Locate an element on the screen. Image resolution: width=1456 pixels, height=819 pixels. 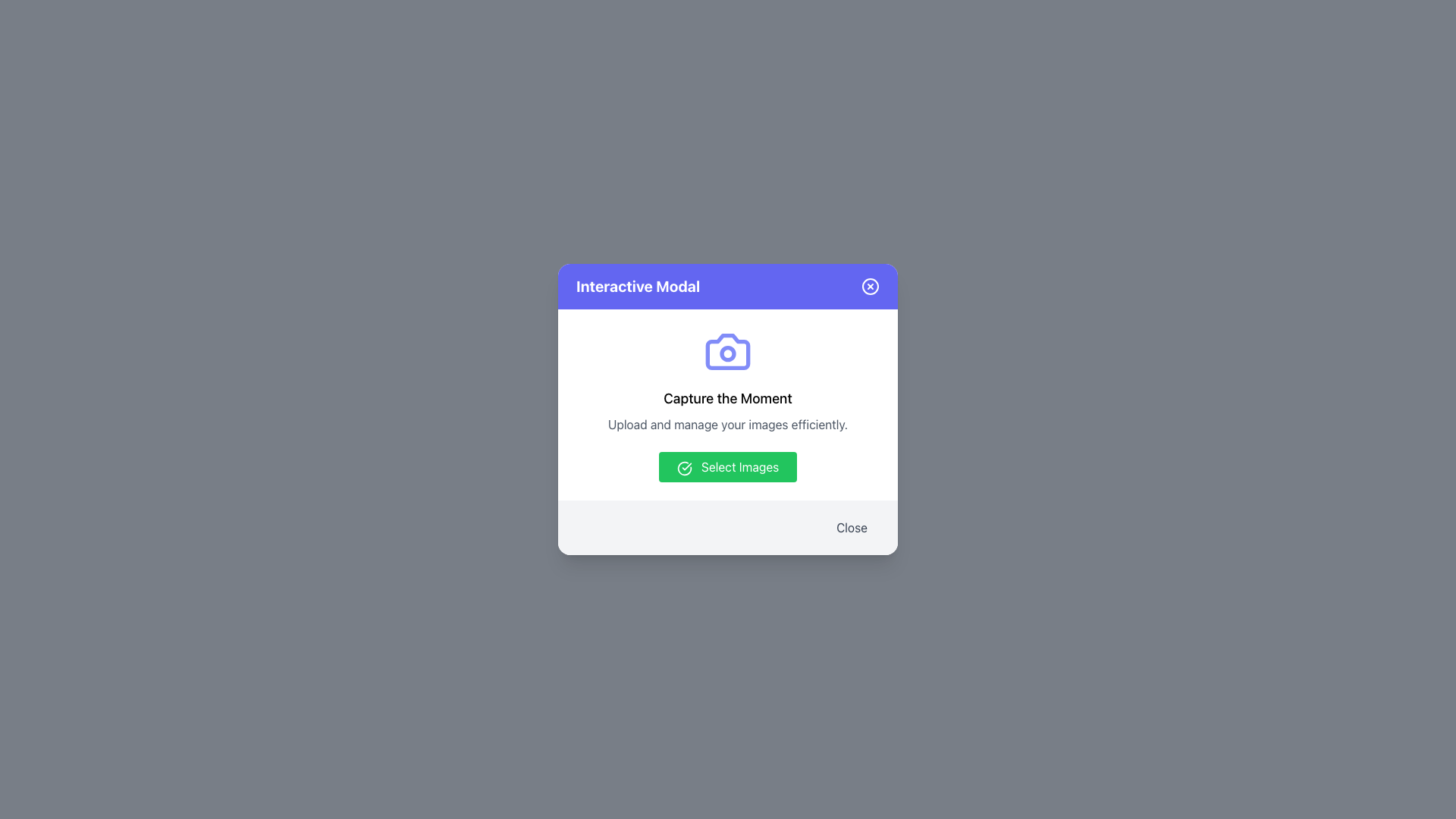
the camera icon at the center of the modal dialog, located between the header 'Interactive Modal' and the subtext 'Capture the Moment' is located at coordinates (728, 353).